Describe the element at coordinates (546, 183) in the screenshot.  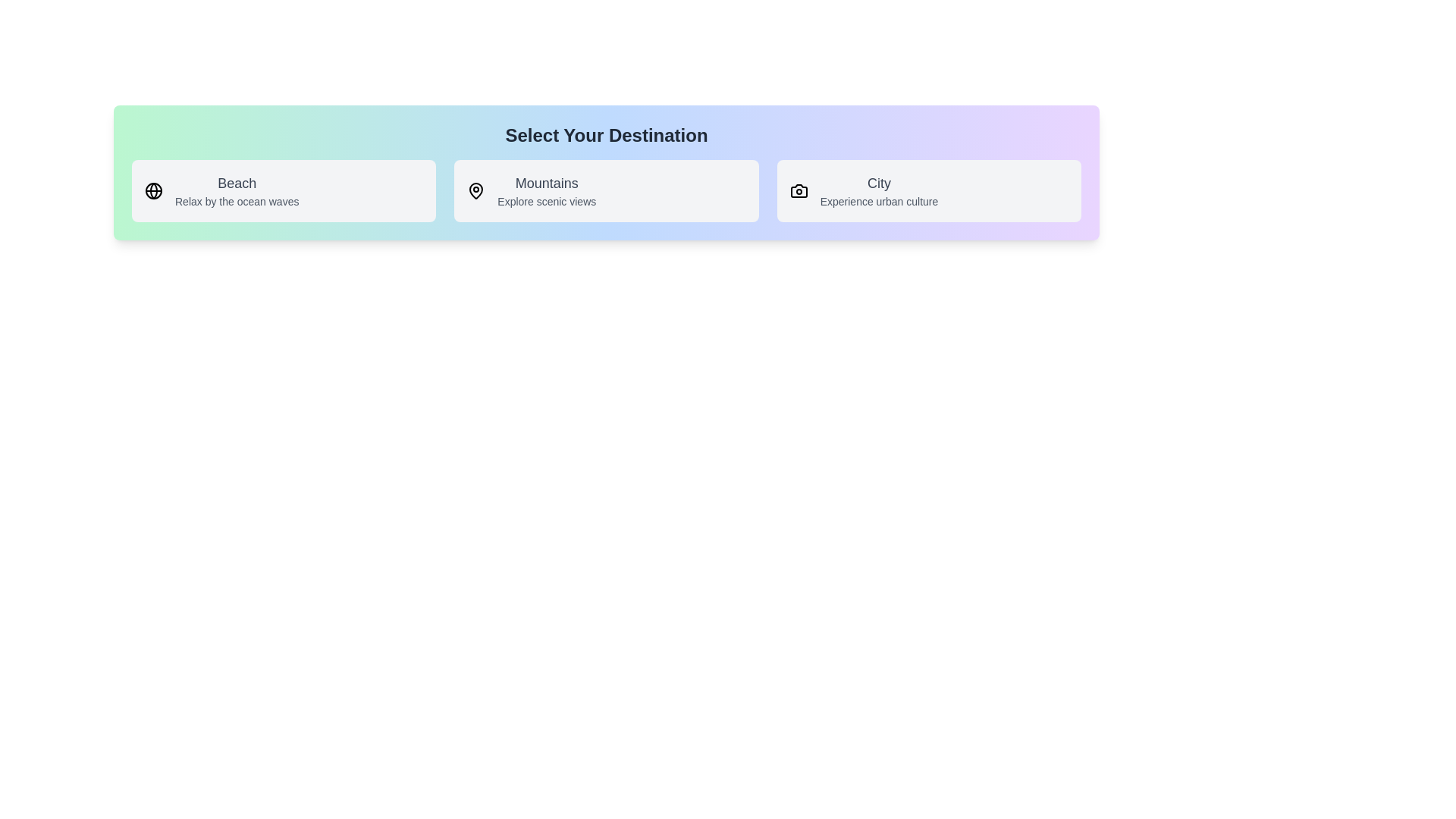
I see `the text label indicating the destination category 'Mountains' located in the second card under the 'Select Your Destination' section` at that location.